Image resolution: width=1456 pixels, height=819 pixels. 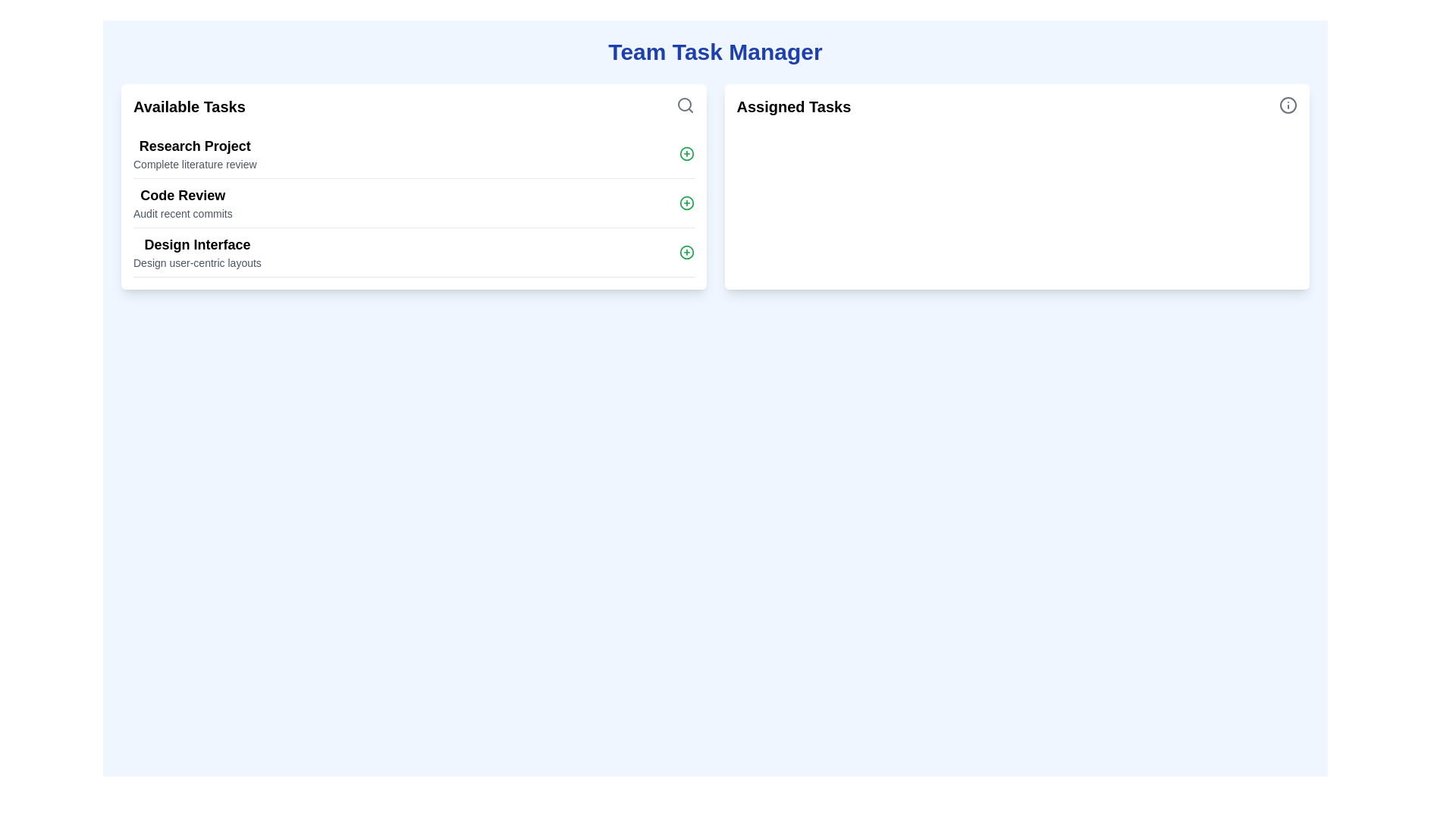 I want to click on the gray text element that reads 'Audit recent commits' located beneath the 'Code Review' title in the 'Available Tasks' list, so click(x=182, y=213).